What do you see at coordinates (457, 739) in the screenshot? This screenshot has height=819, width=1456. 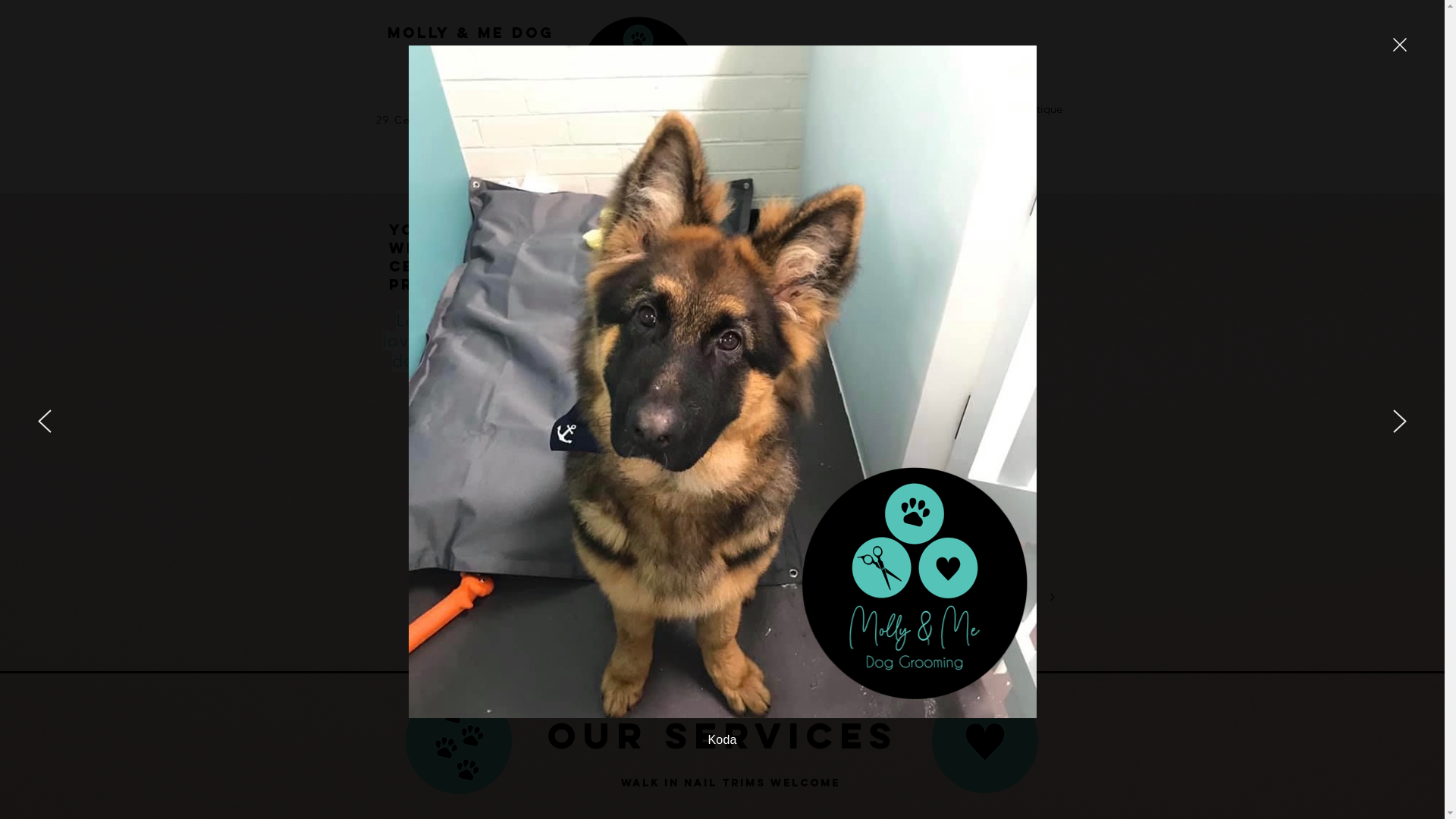 I see `'graphic 5.png'` at bounding box center [457, 739].